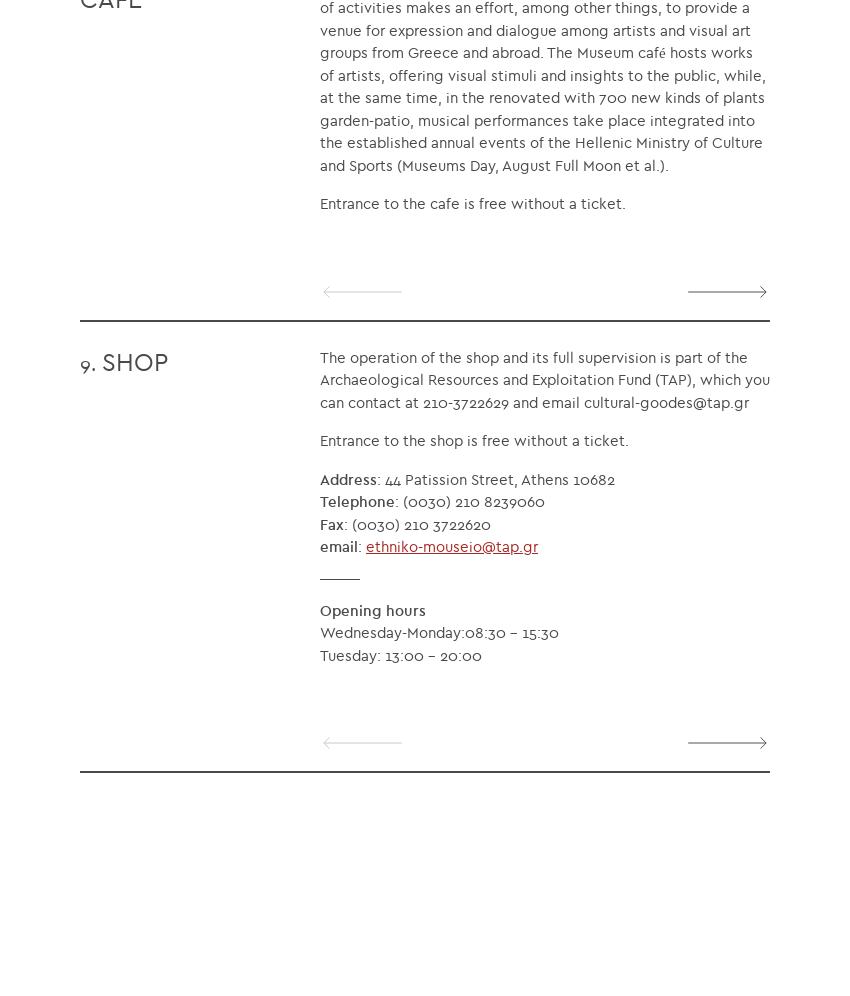  Describe the element at coordinates (338, 545) in the screenshot. I see `'email'` at that location.